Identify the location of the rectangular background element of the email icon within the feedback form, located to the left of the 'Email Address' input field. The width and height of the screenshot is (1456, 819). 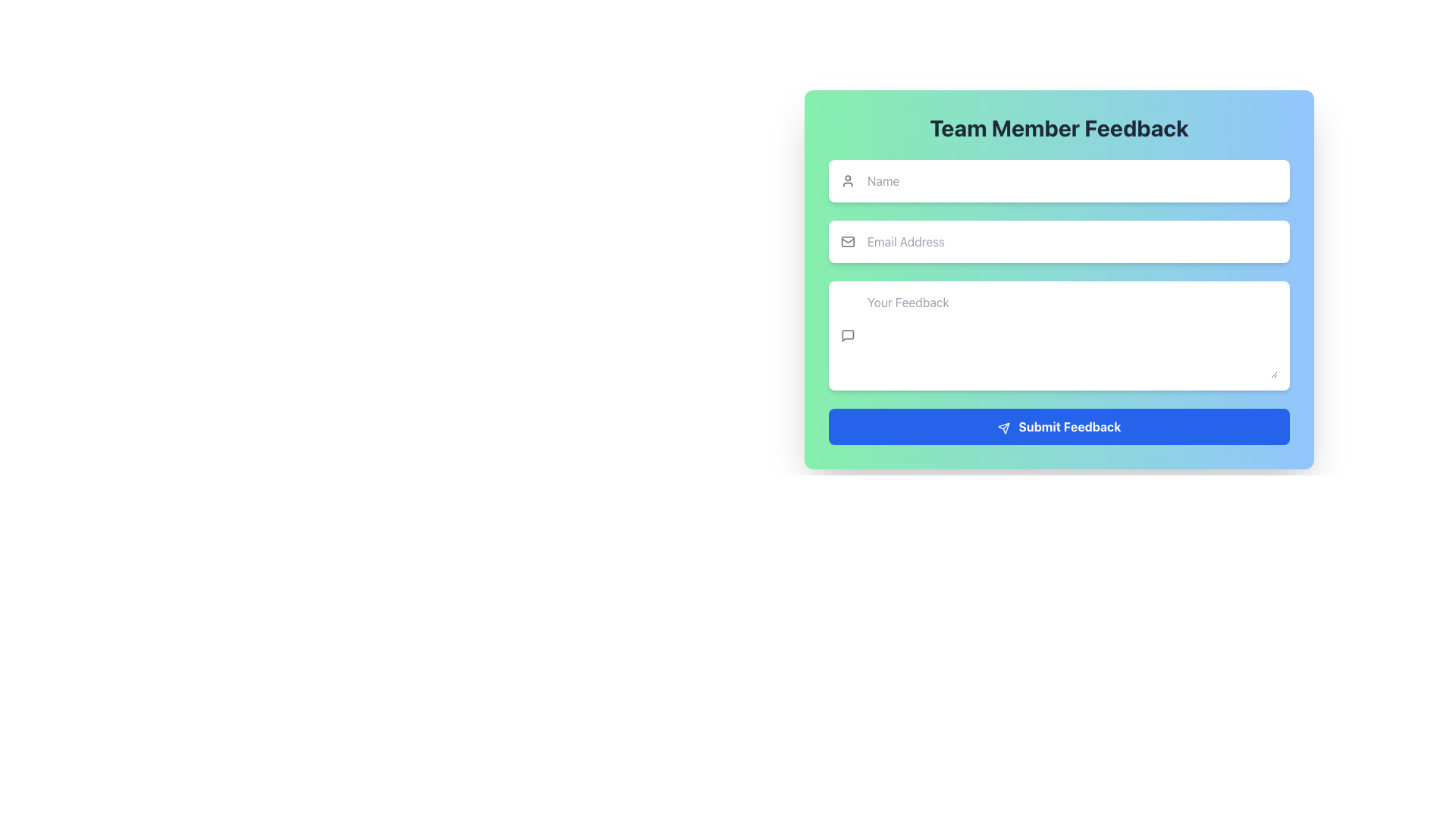
(847, 241).